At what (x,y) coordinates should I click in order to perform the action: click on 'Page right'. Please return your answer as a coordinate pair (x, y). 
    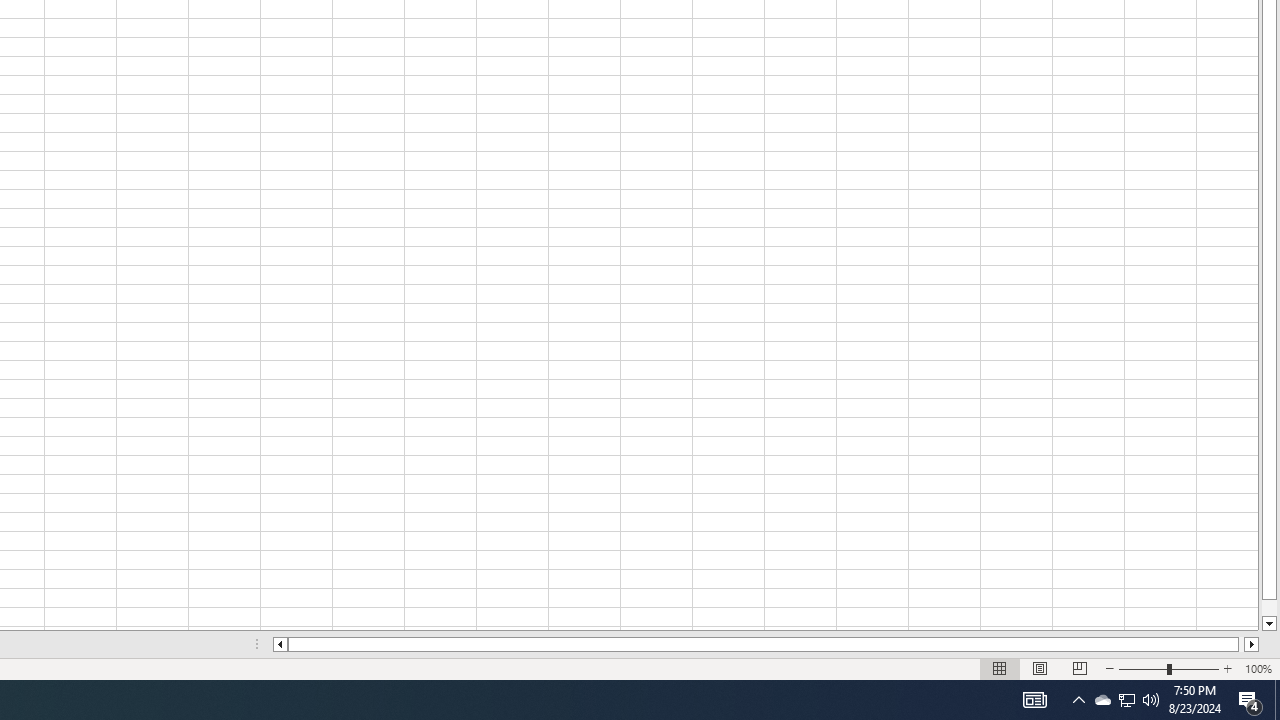
    Looking at the image, I should click on (1240, 644).